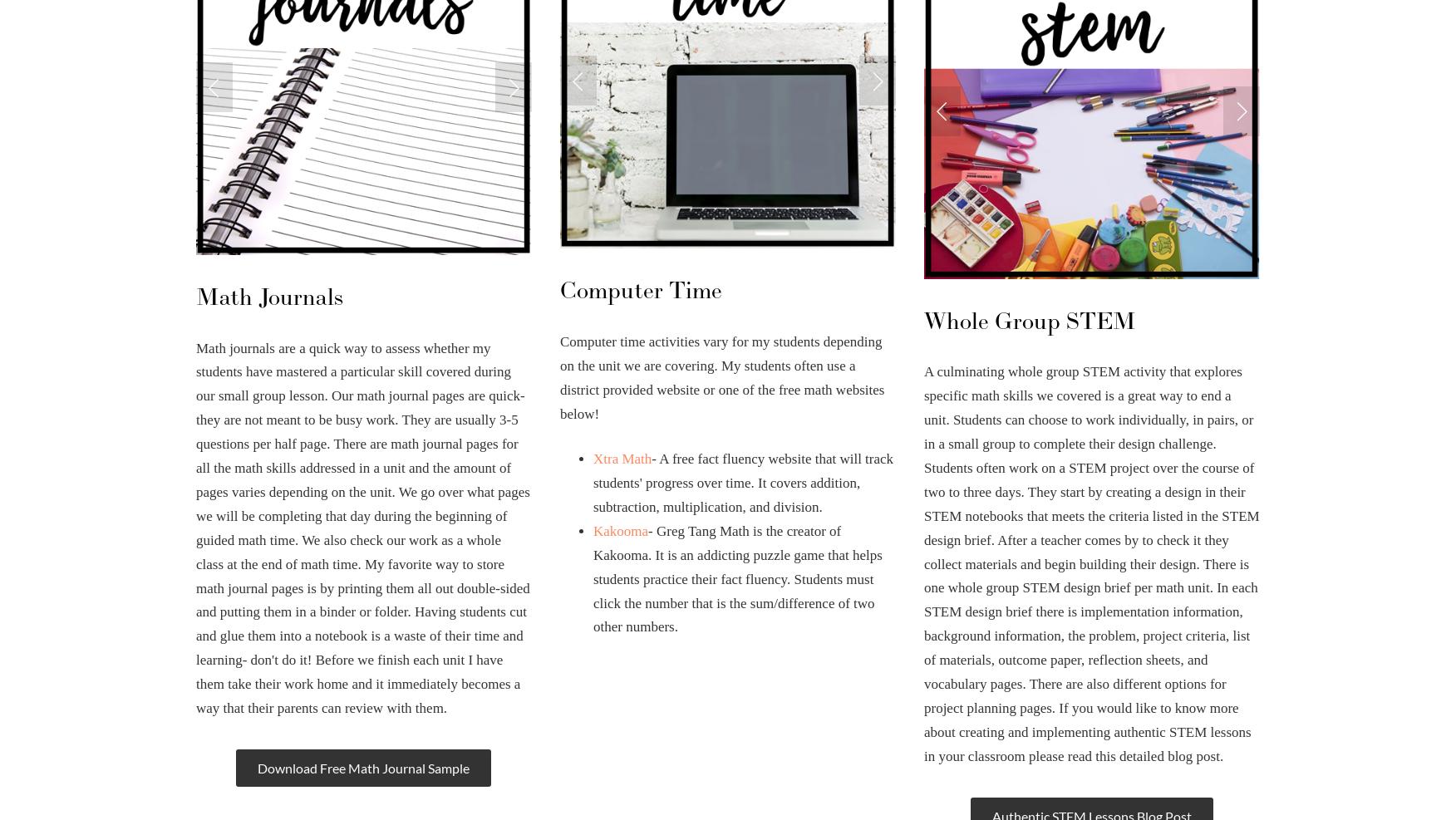 The width and height of the screenshot is (1456, 820). I want to click on 'Computer Time', so click(640, 290).